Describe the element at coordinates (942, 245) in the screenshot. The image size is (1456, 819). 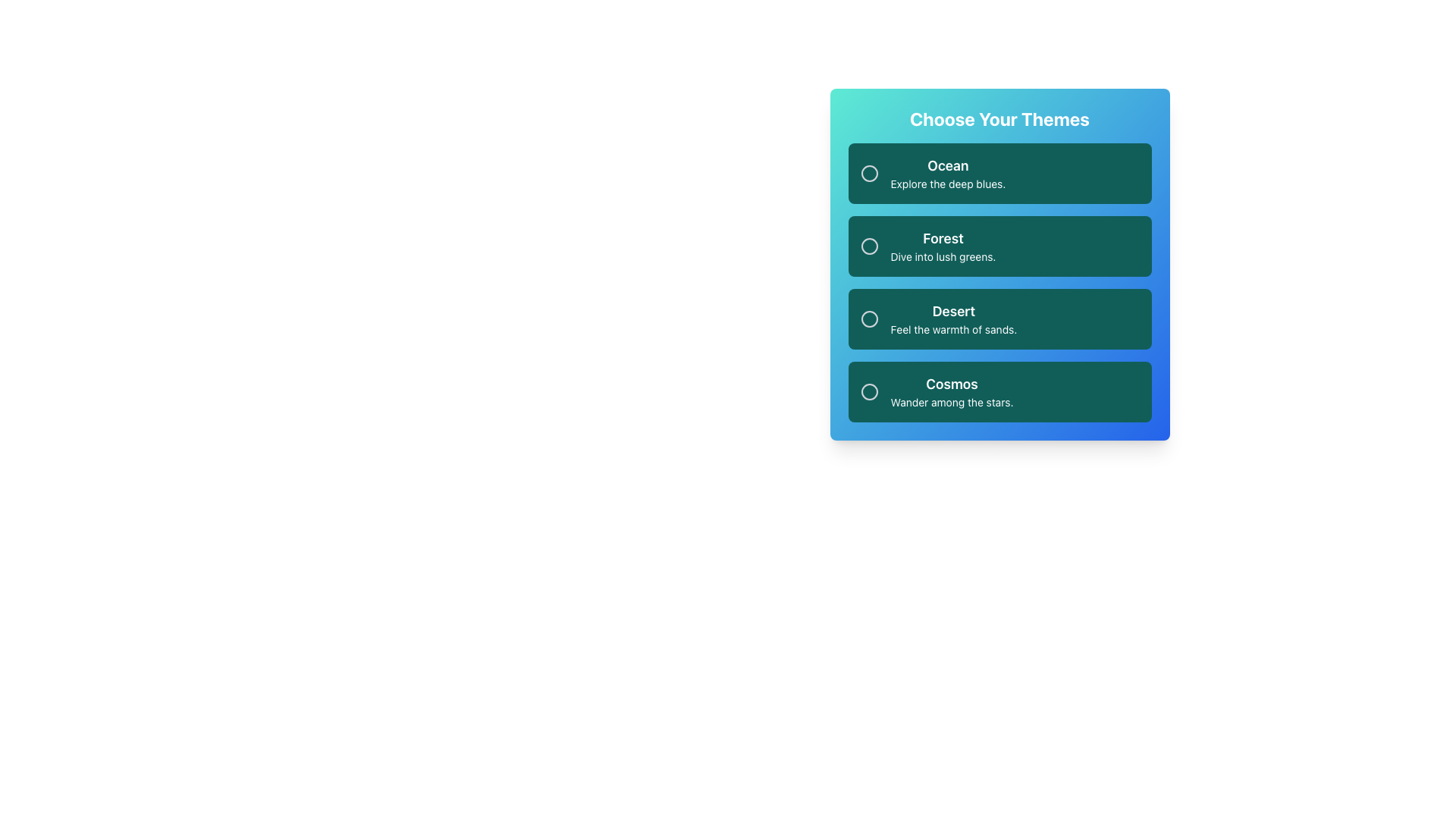
I see `the second selectable list item which contains the text 'Forest' in bold and 'Dive into lush greens.' in regular font, both centered within a teal-colored rectangle` at that location.